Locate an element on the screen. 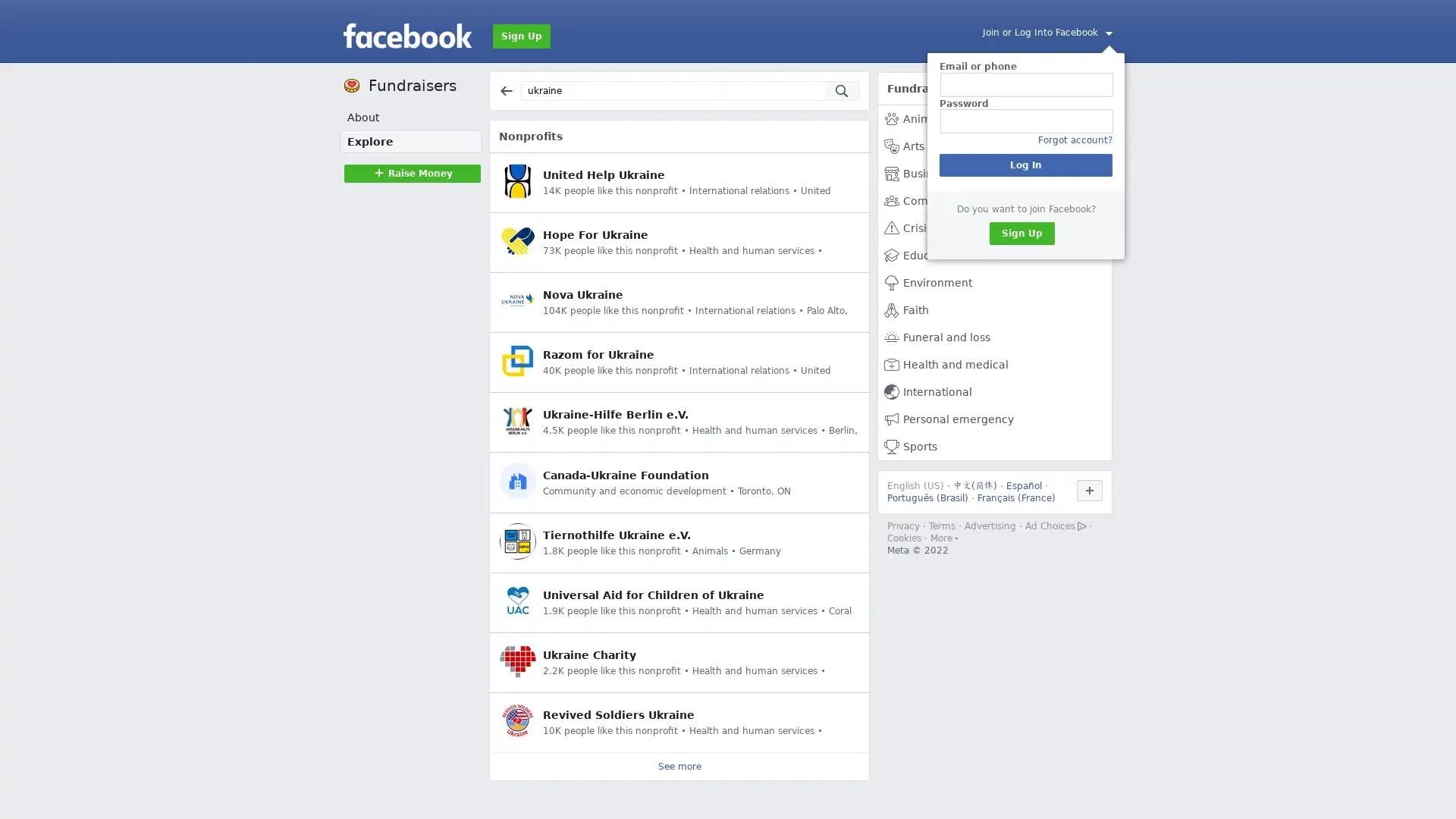 The height and width of the screenshot is (819, 1456). Sign Up is located at coordinates (521, 35).